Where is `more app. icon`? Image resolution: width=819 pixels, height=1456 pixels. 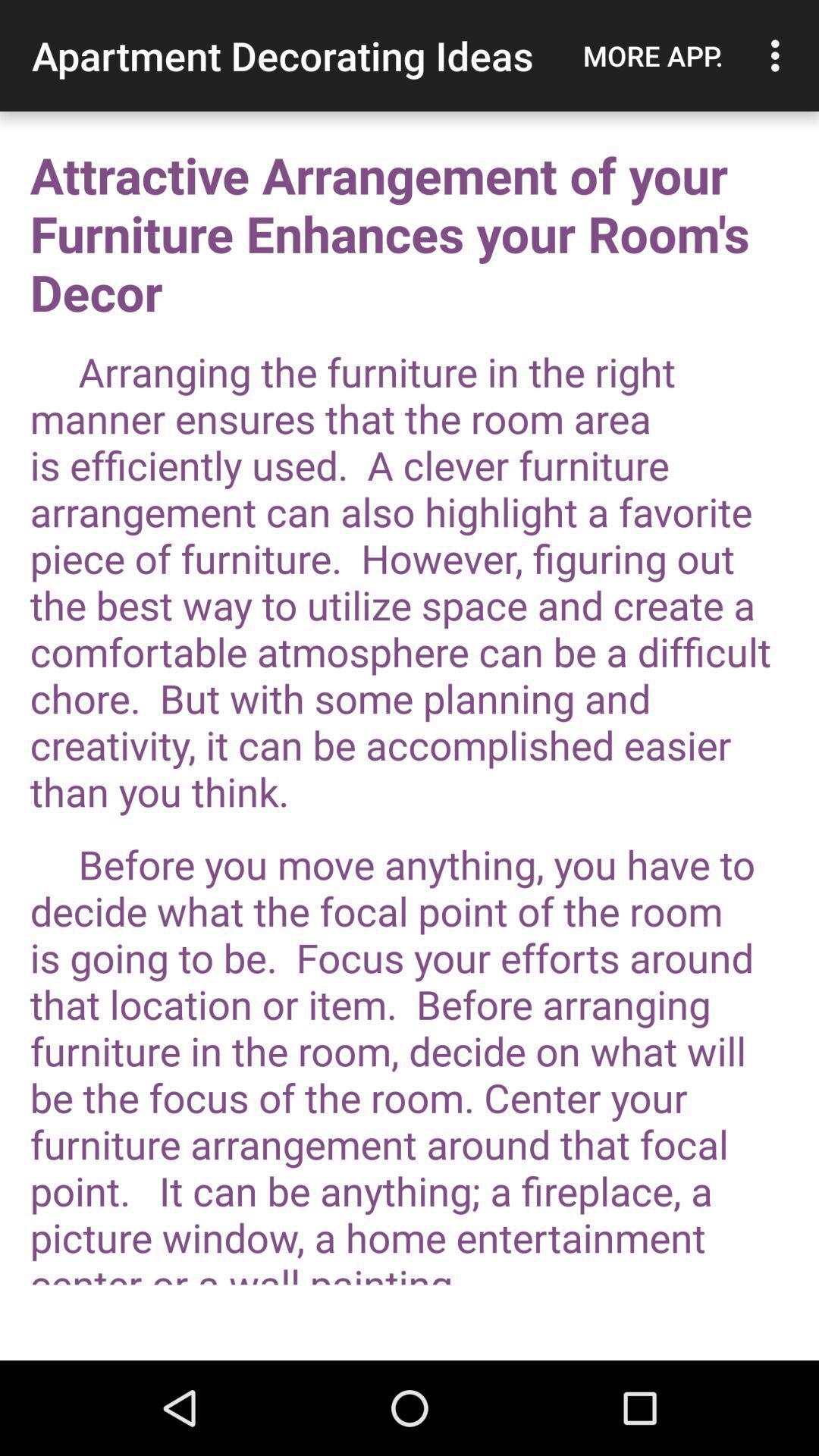 more app. icon is located at coordinates (652, 55).